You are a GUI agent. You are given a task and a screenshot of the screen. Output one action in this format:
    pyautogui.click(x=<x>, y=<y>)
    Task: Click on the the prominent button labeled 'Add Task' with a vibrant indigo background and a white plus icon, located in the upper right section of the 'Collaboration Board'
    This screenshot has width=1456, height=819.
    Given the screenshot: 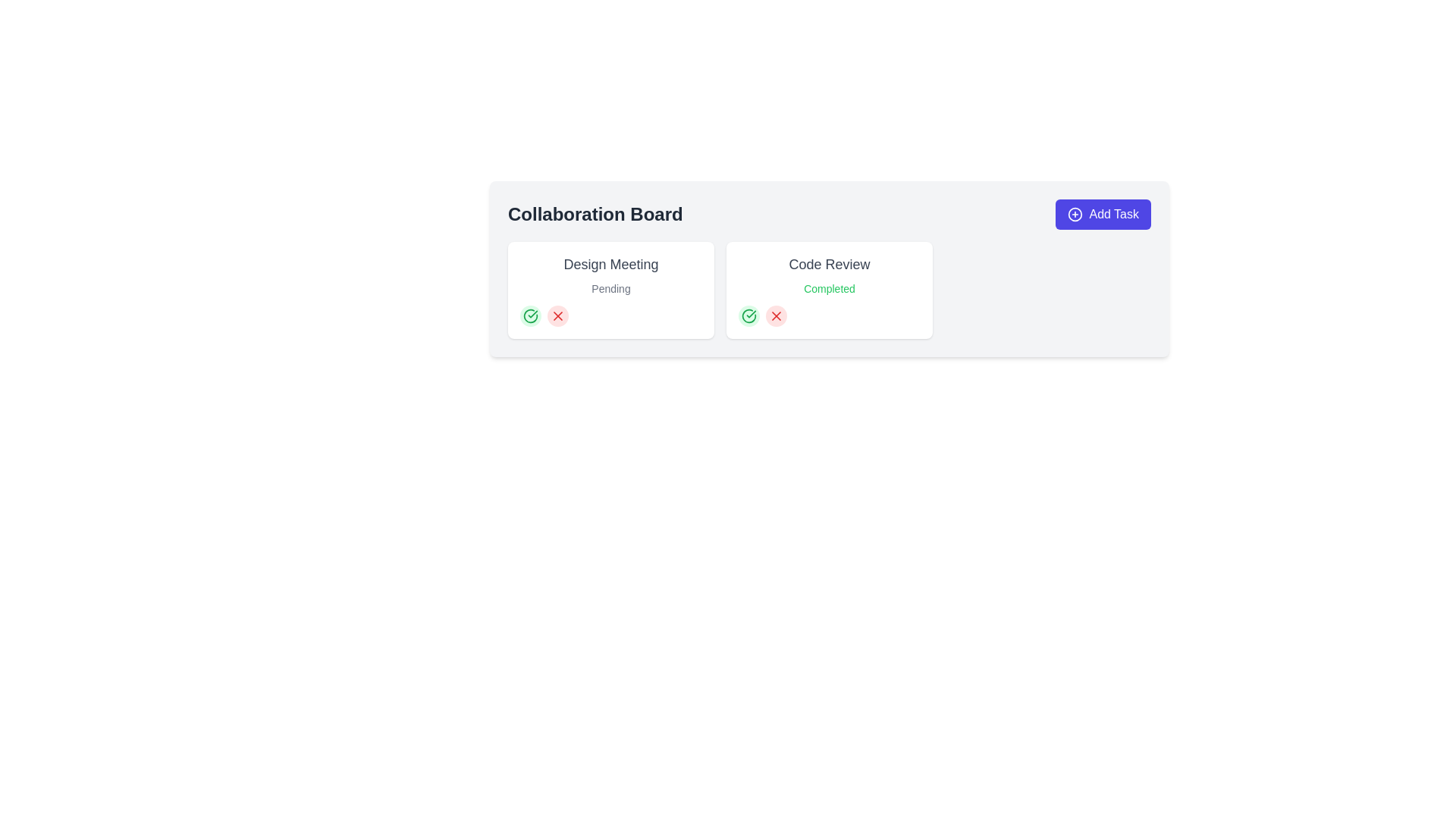 What is the action you would take?
    pyautogui.click(x=1103, y=214)
    